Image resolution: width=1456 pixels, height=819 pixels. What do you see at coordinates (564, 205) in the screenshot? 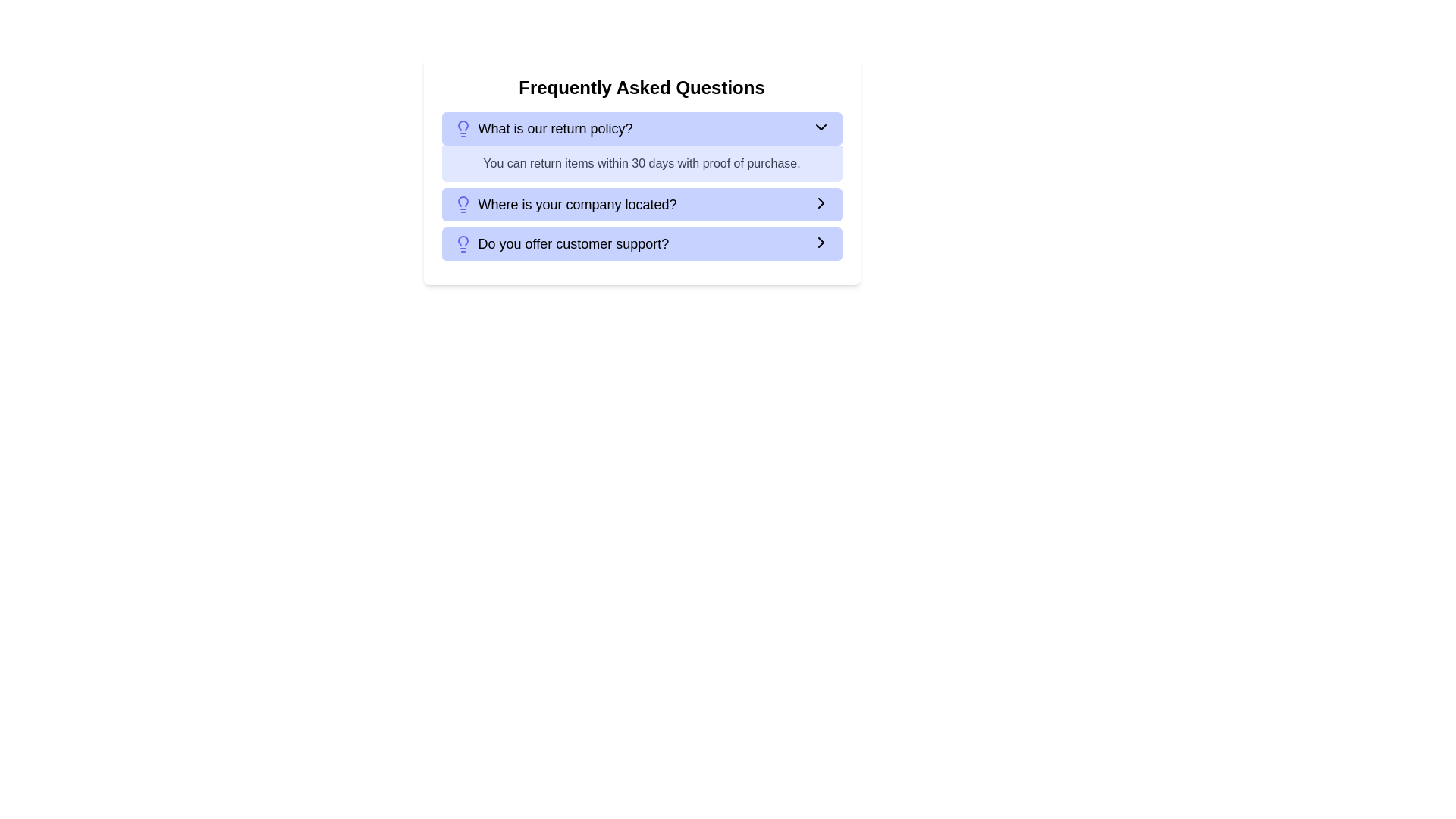
I see `the label reading 'Where is your company located?' which is styled in medium-sized sans-serif font and is part of a frequently asked questions interface` at bounding box center [564, 205].